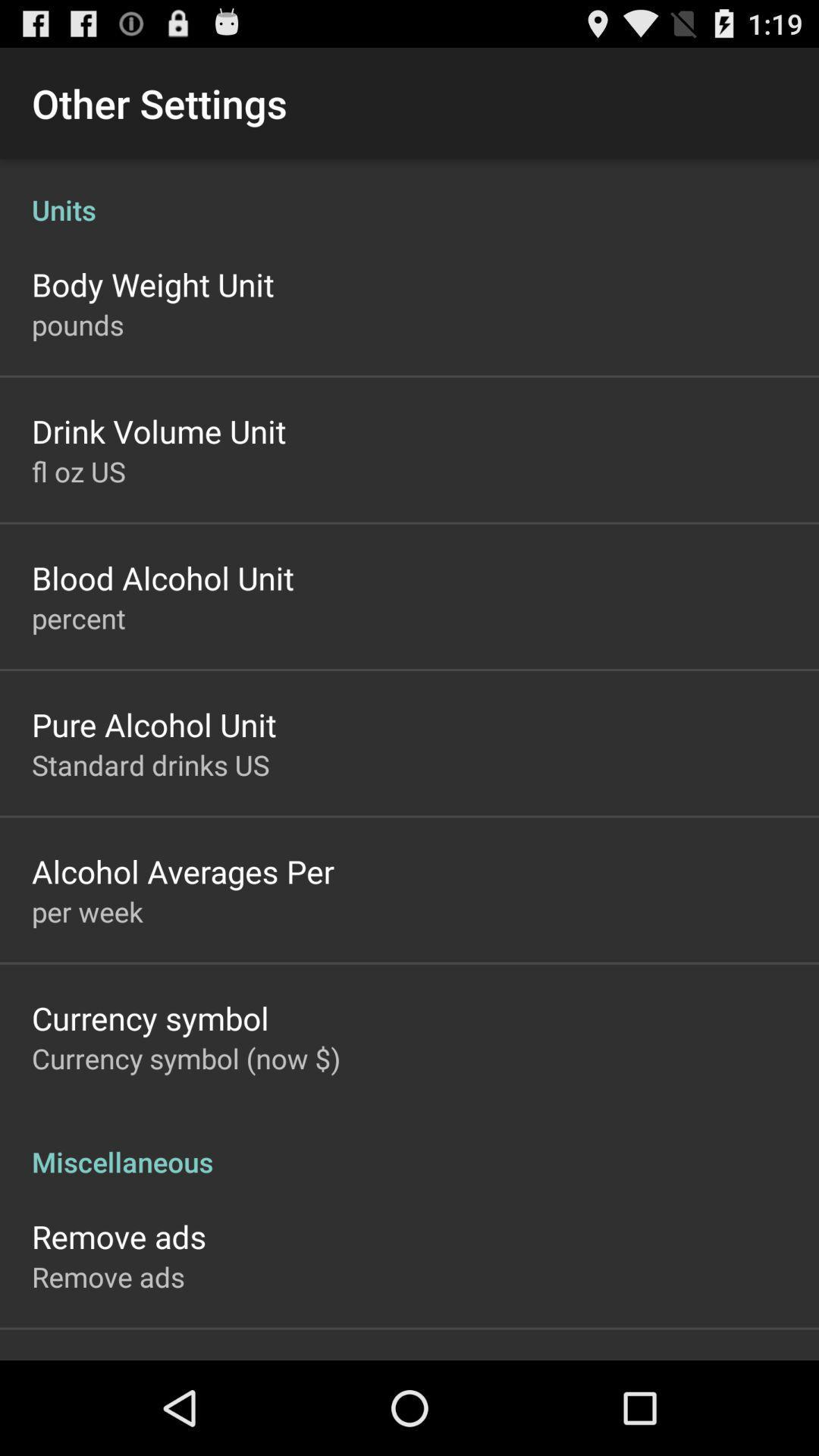 The image size is (819, 1456). Describe the element at coordinates (78, 470) in the screenshot. I see `the app below drink volume unit` at that location.